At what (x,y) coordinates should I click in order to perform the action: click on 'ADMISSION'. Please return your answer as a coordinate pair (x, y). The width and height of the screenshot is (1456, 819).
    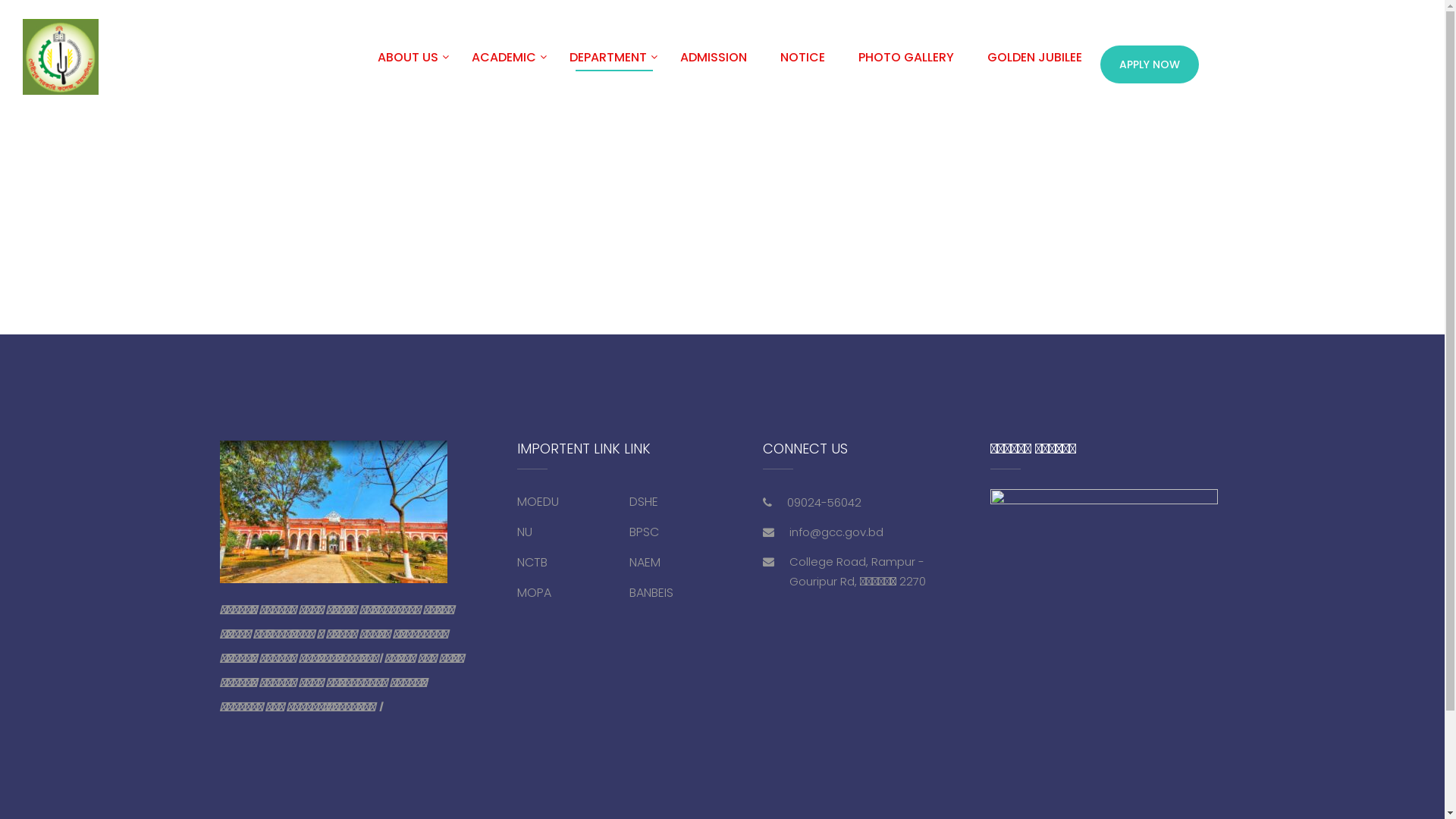
    Looking at the image, I should click on (712, 63).